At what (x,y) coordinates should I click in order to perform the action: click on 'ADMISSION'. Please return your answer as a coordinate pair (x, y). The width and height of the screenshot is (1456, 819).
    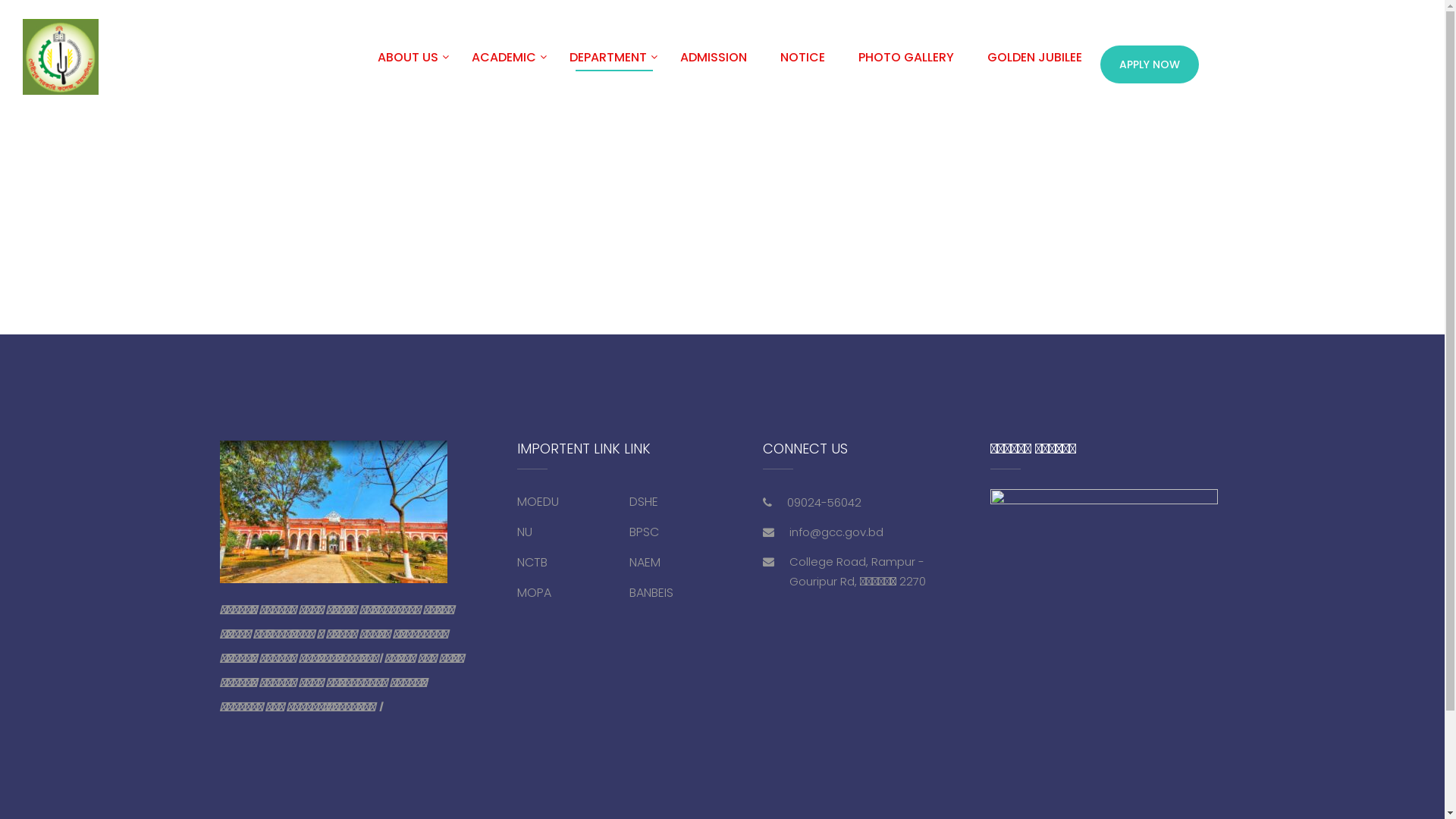
    Looking at the image, I should click on (712, 63).